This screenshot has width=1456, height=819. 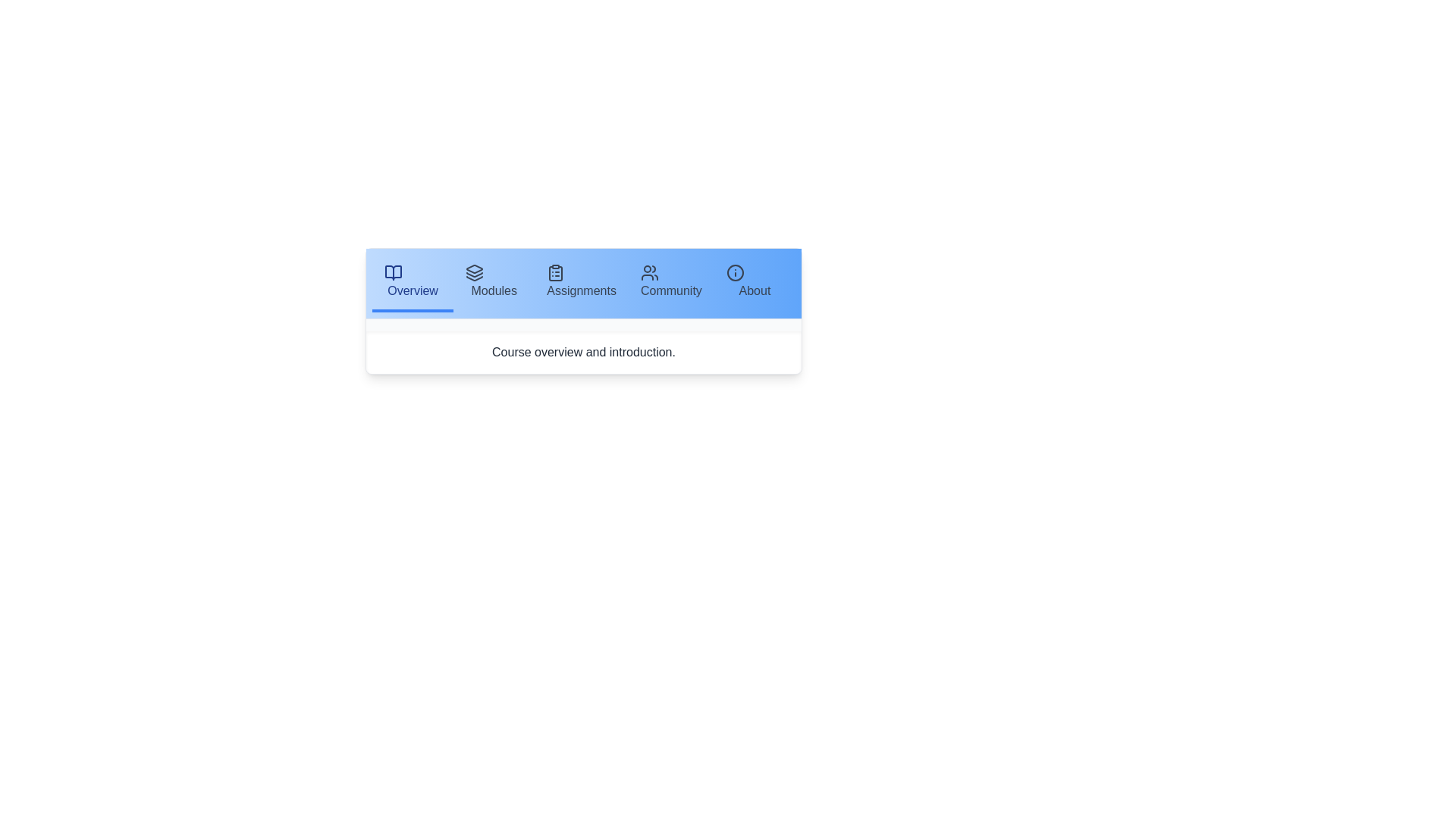 What do you see at coordinates (581, 291) in the screenshot?
I see `the 'Assignments' text label in the navigation bar` at bounding box center [581, 291].